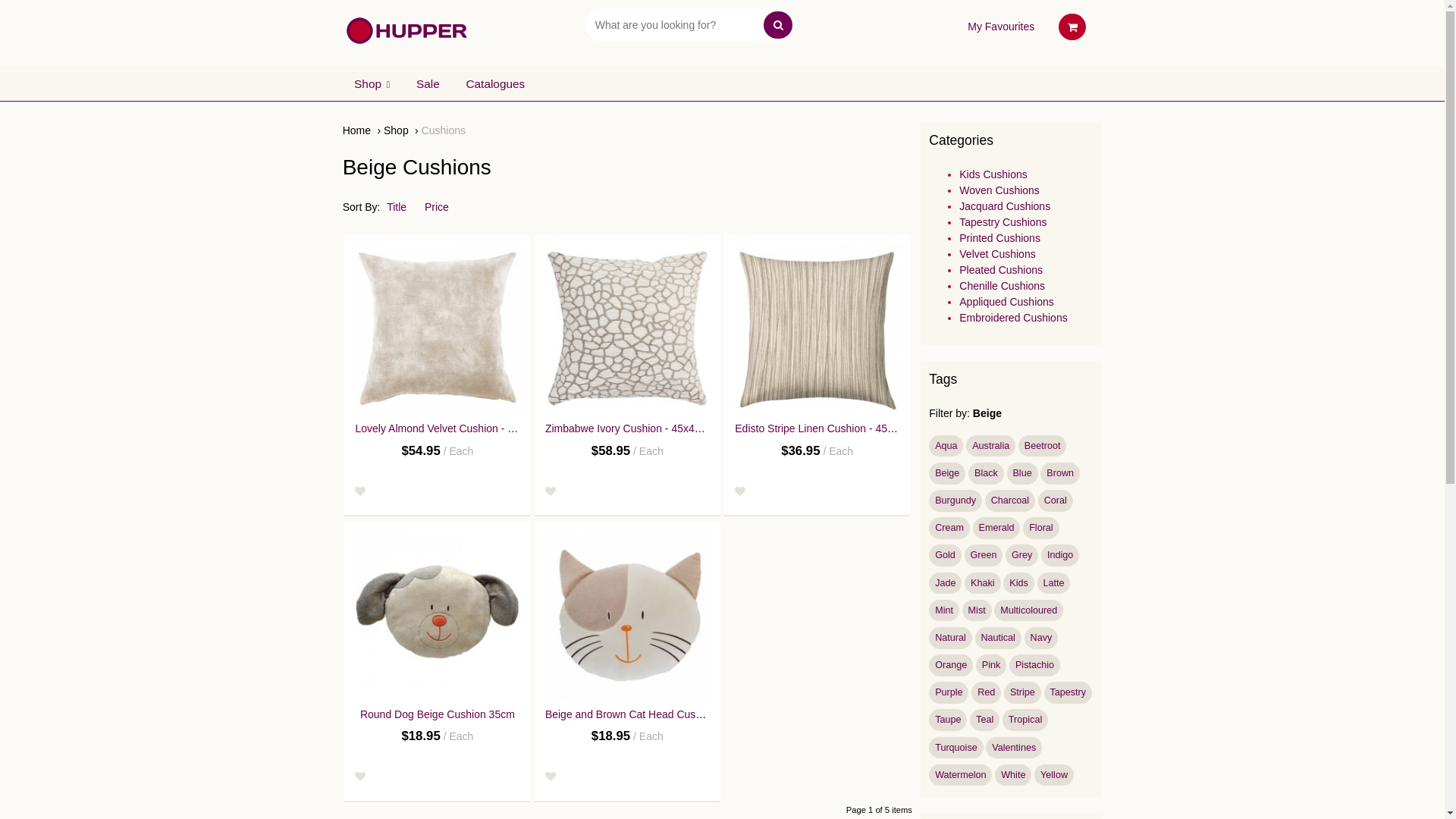  I want to click on 'Natural', so click(949, 638).